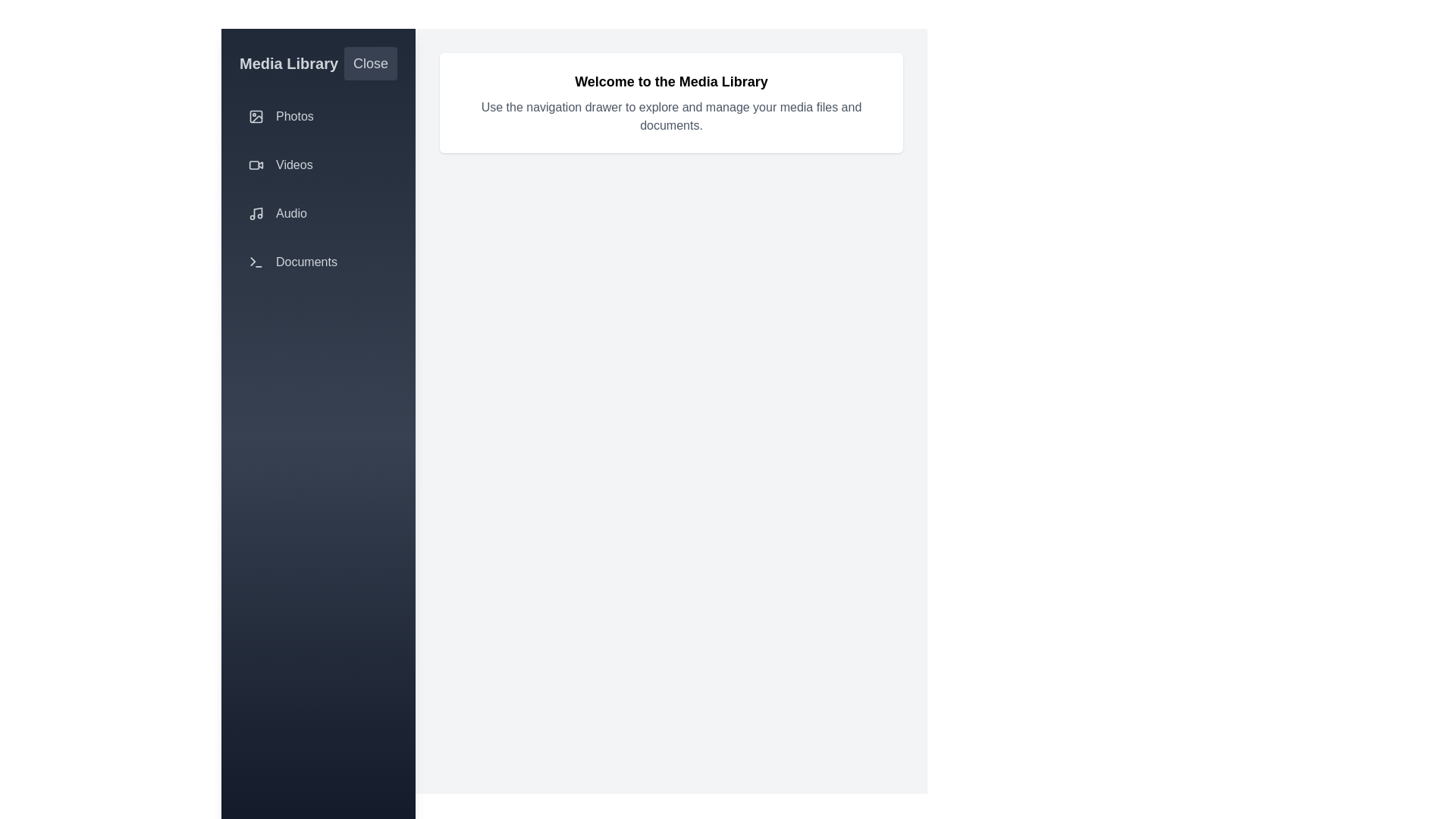 The height and width of the screenshot is (819, 1456). What do you see at coordinates (318, 116) in the screenshot?
I see `the sidebar options: Photos` at bounding box center [318, 116].